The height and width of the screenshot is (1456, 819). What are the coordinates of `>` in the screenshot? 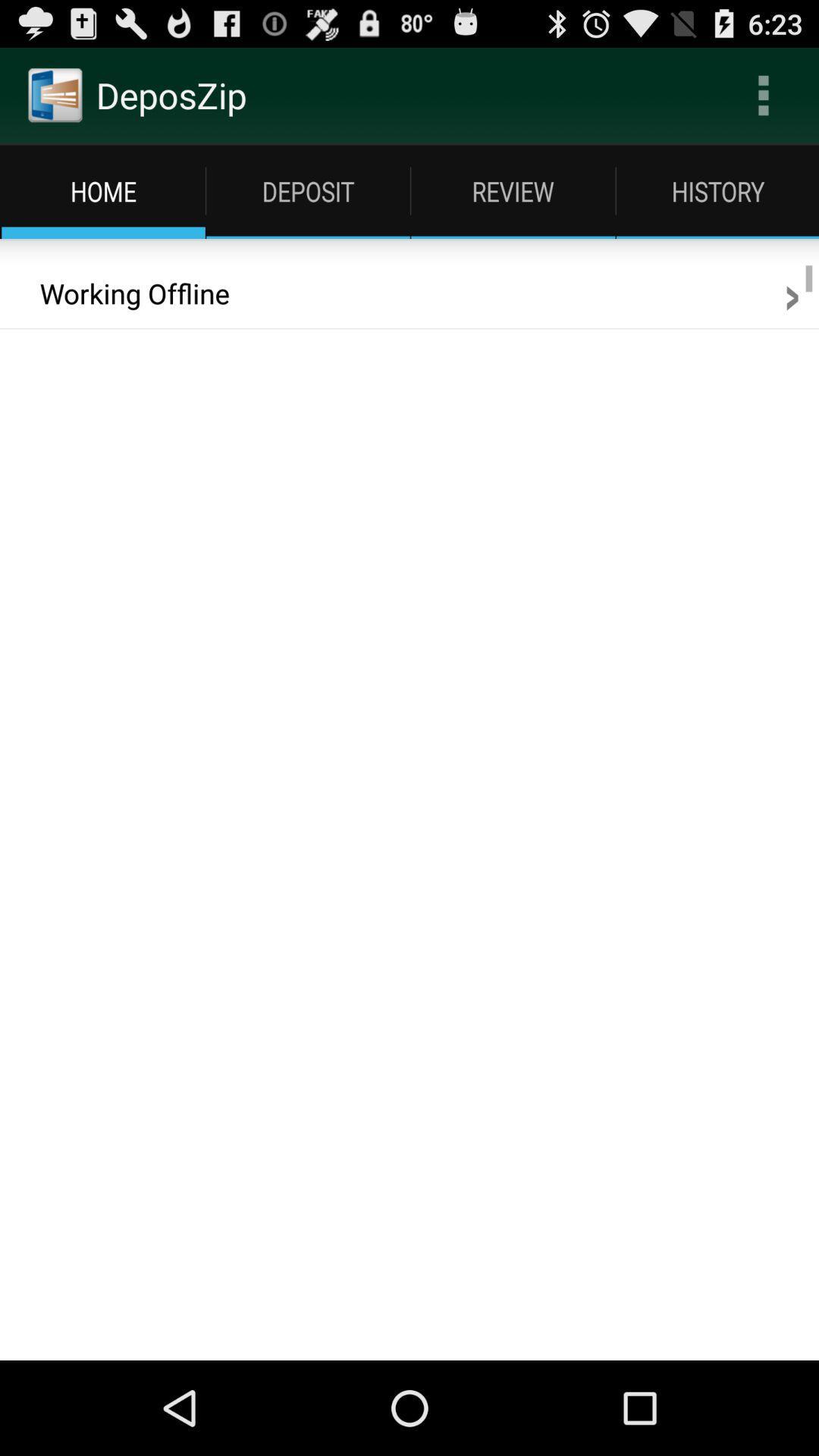 It's located at (791, 293).